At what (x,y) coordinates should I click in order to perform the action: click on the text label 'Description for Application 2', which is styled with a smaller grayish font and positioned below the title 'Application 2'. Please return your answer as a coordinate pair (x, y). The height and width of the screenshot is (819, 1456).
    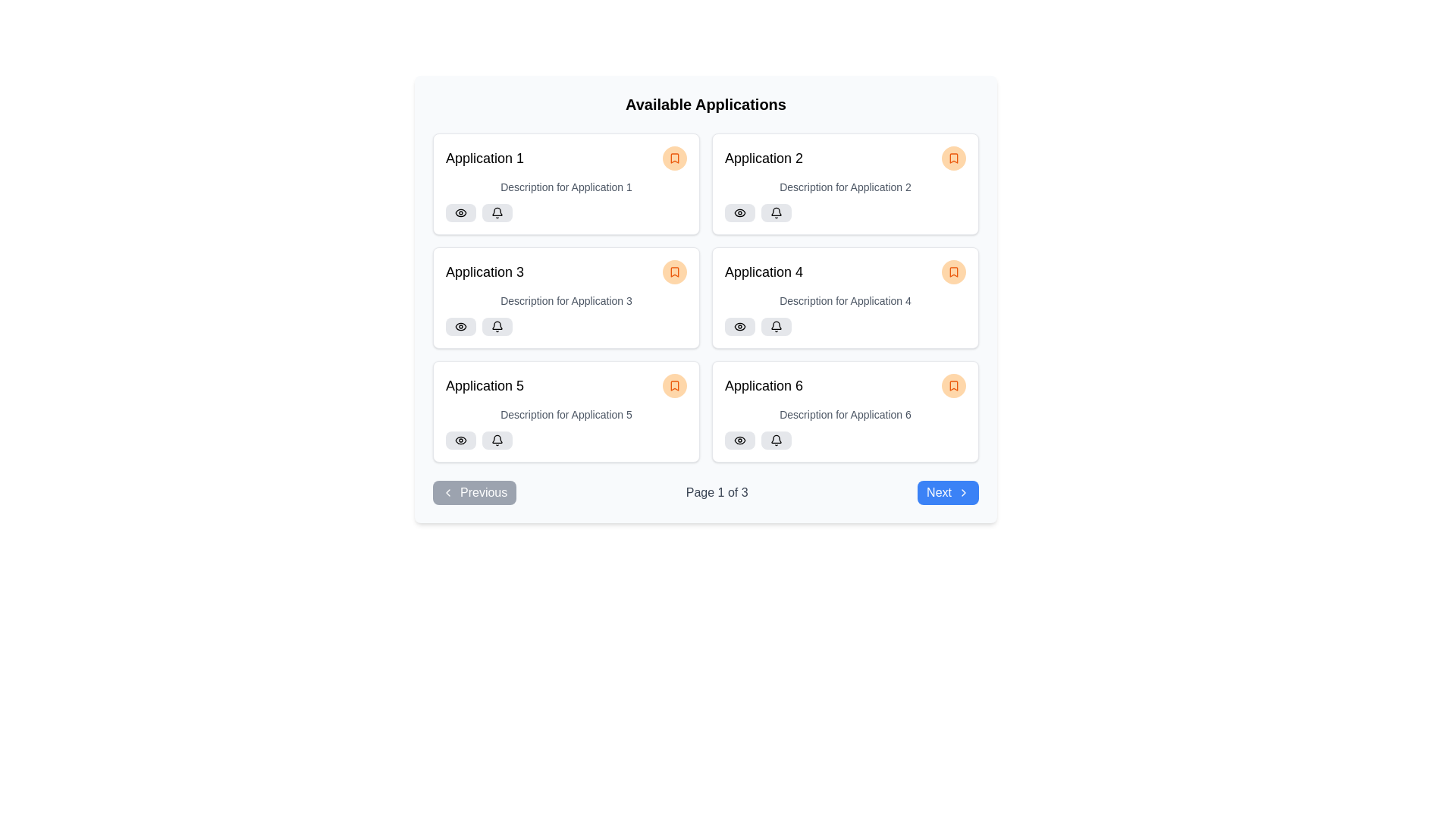
    Looking at the image, I should click on (844, 186).